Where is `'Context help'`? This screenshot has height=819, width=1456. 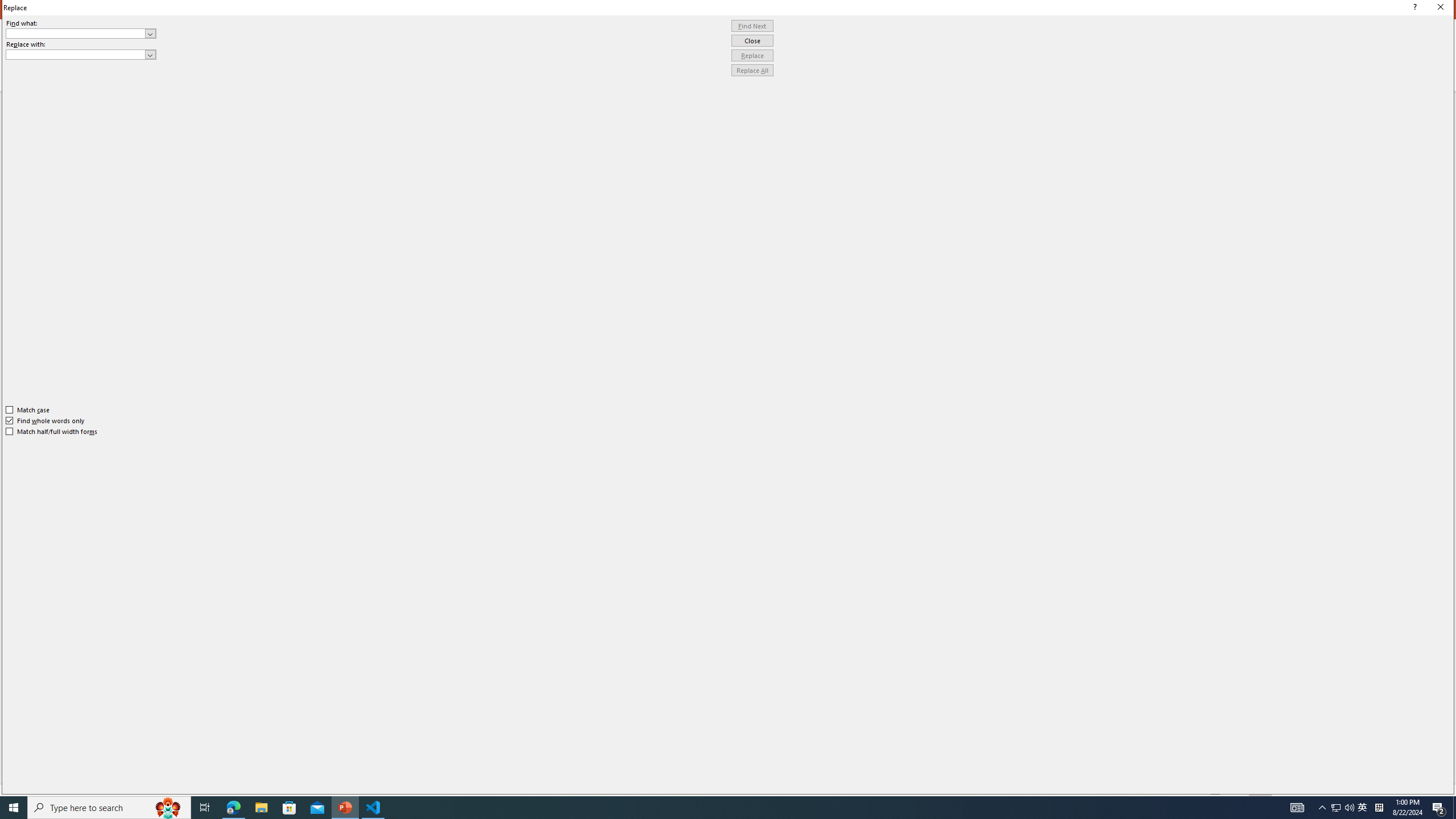
'Context help' is located at coordinates (1413, 9).